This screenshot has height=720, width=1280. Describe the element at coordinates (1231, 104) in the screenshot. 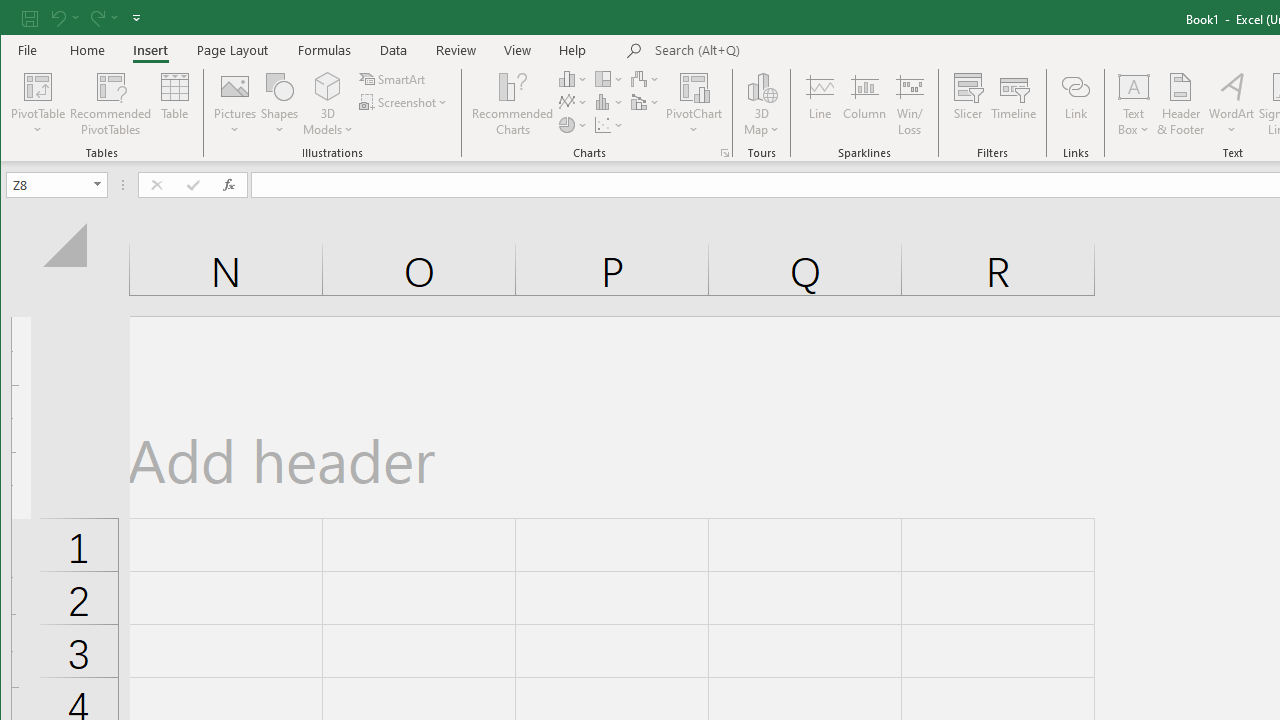

I see `'WordArt'` at that location.